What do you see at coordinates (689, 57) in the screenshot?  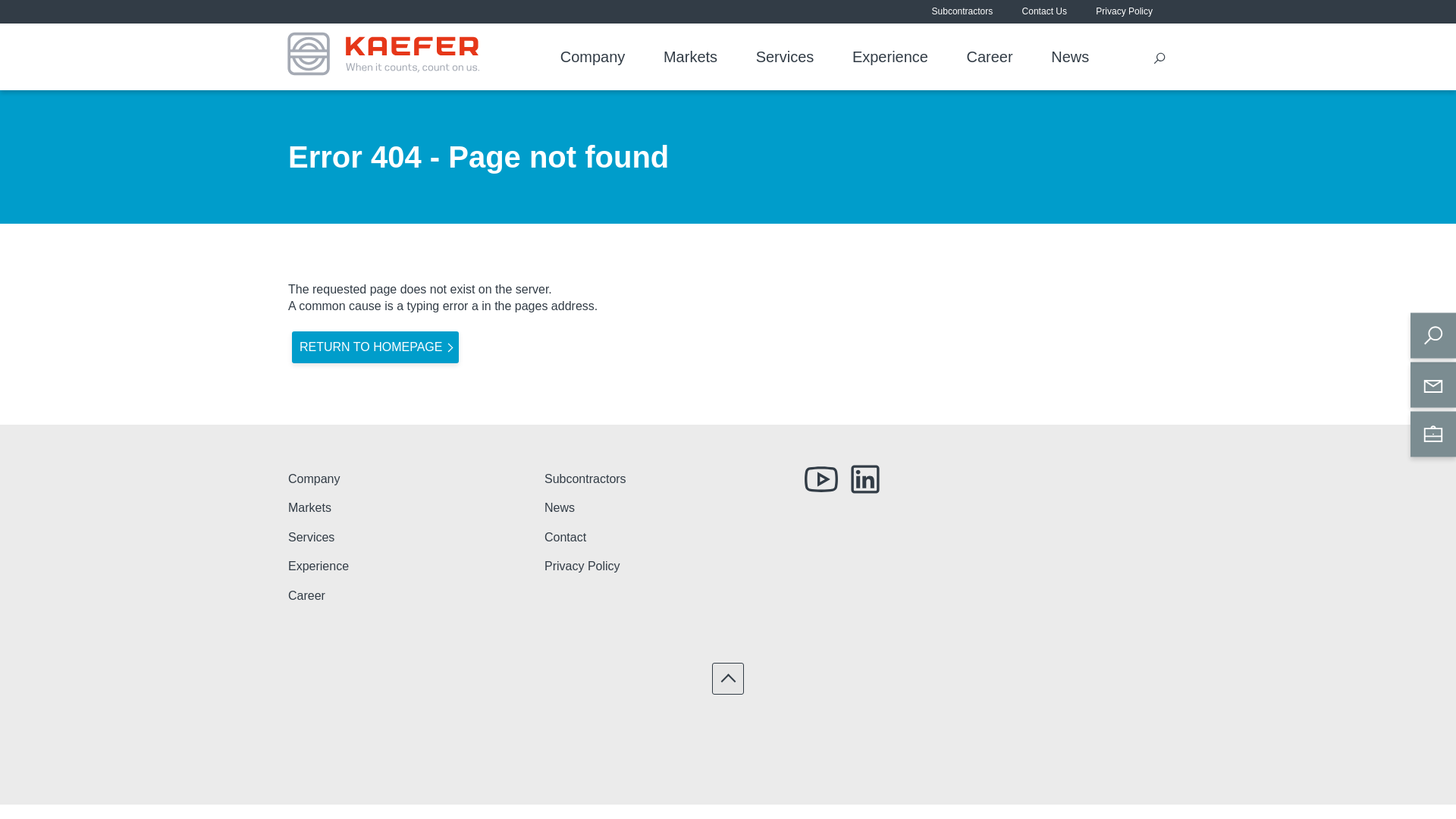 I see `'Markets'` at bounding box center [689, 57].